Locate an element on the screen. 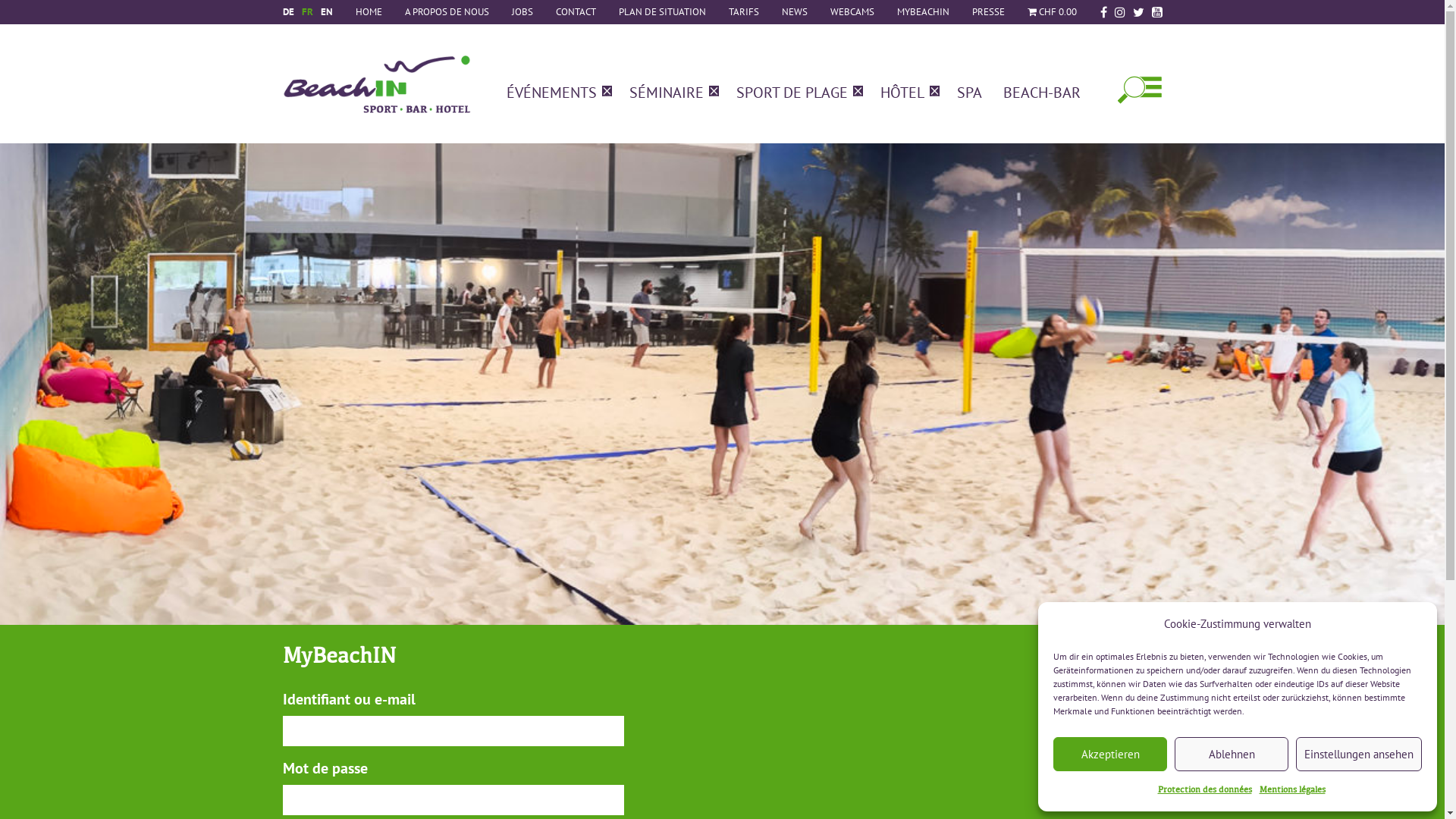 Image resolution: width=1456 pixels, height=819 pixels. 'NEWS' is located at coordinates (770, 11).